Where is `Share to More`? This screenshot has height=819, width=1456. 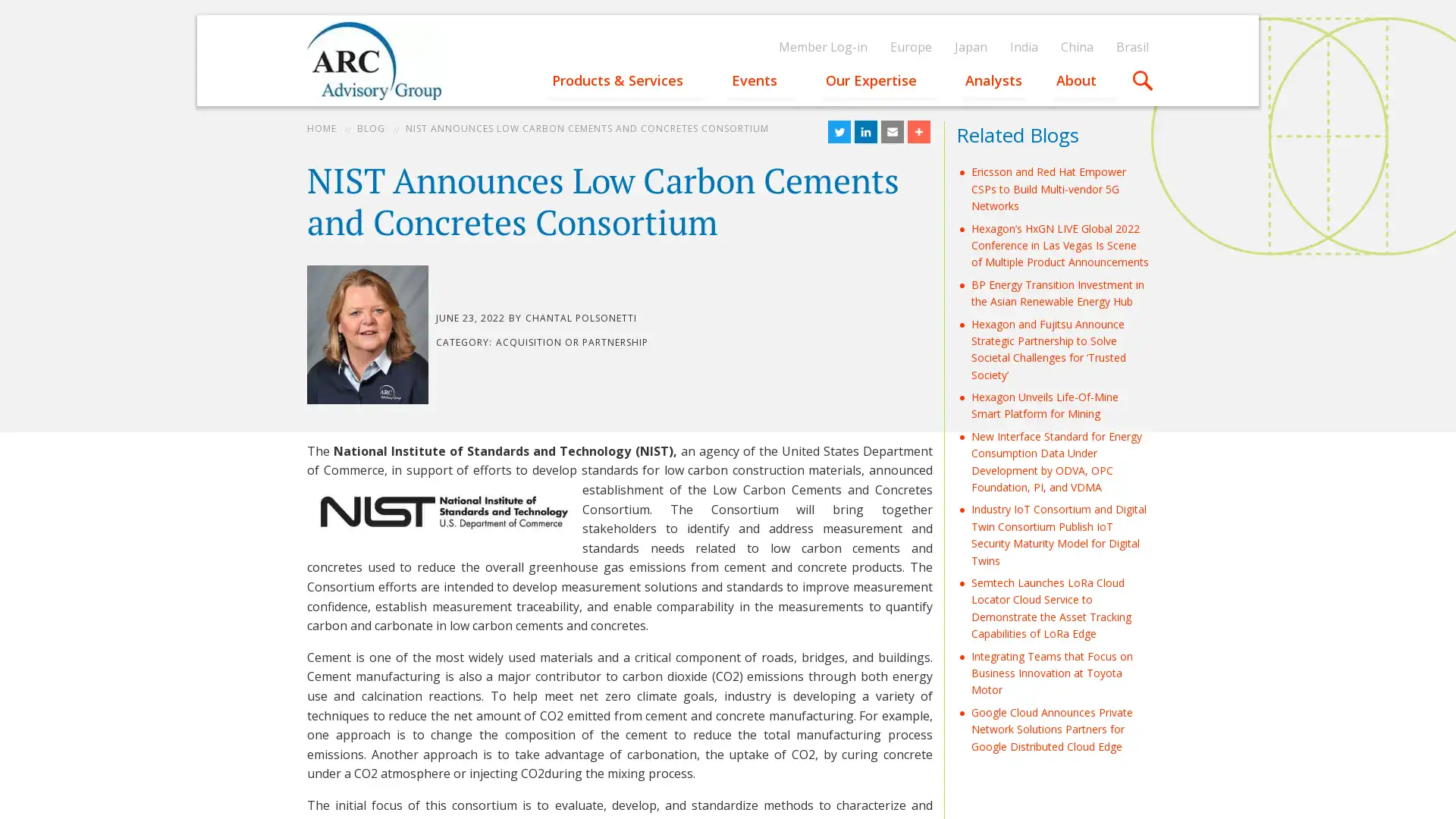 Share to More is located at coordinates (919, 130).